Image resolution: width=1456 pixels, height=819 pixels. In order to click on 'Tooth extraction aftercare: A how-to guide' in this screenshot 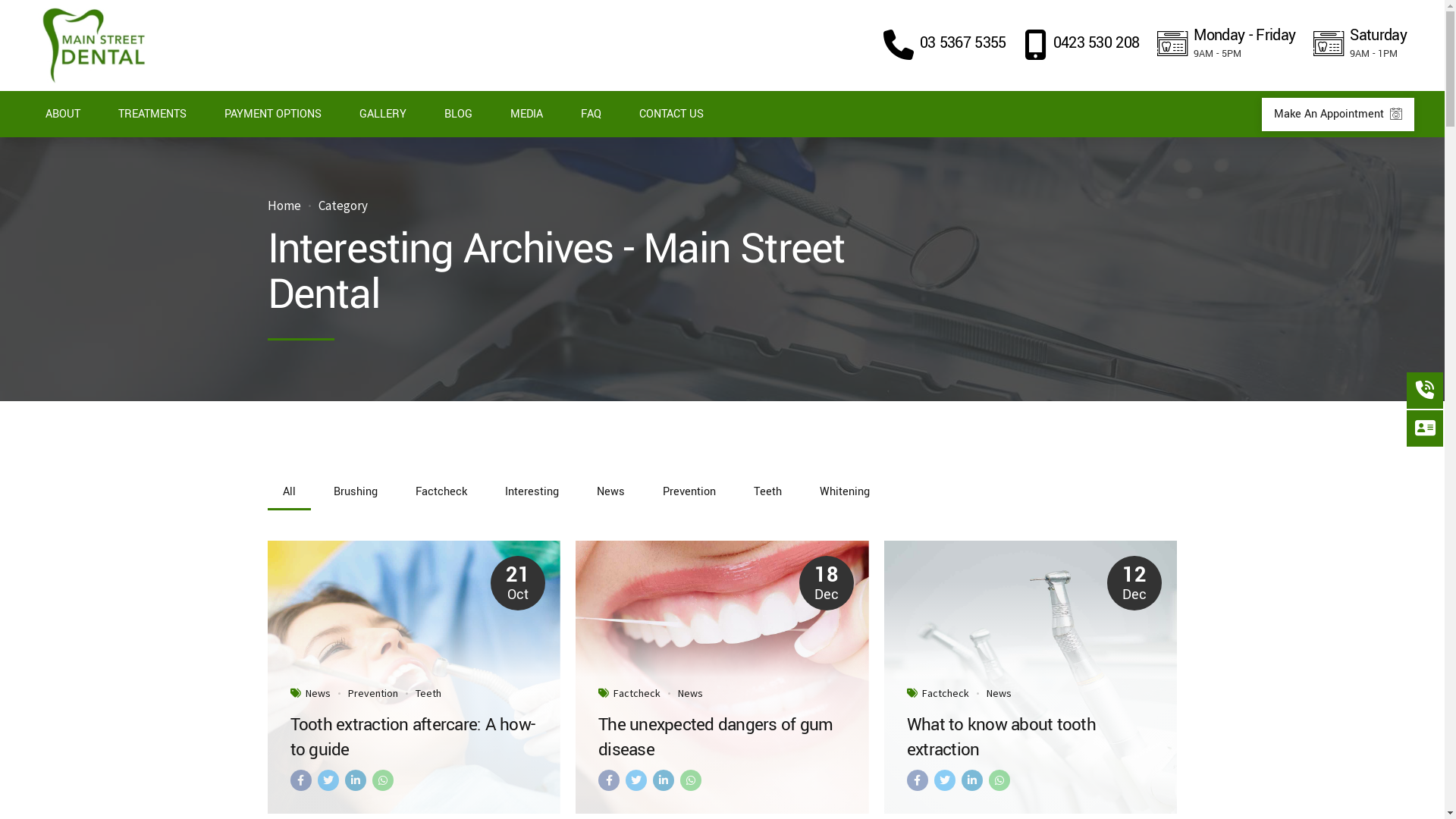, I will do `click(413, 736)`.